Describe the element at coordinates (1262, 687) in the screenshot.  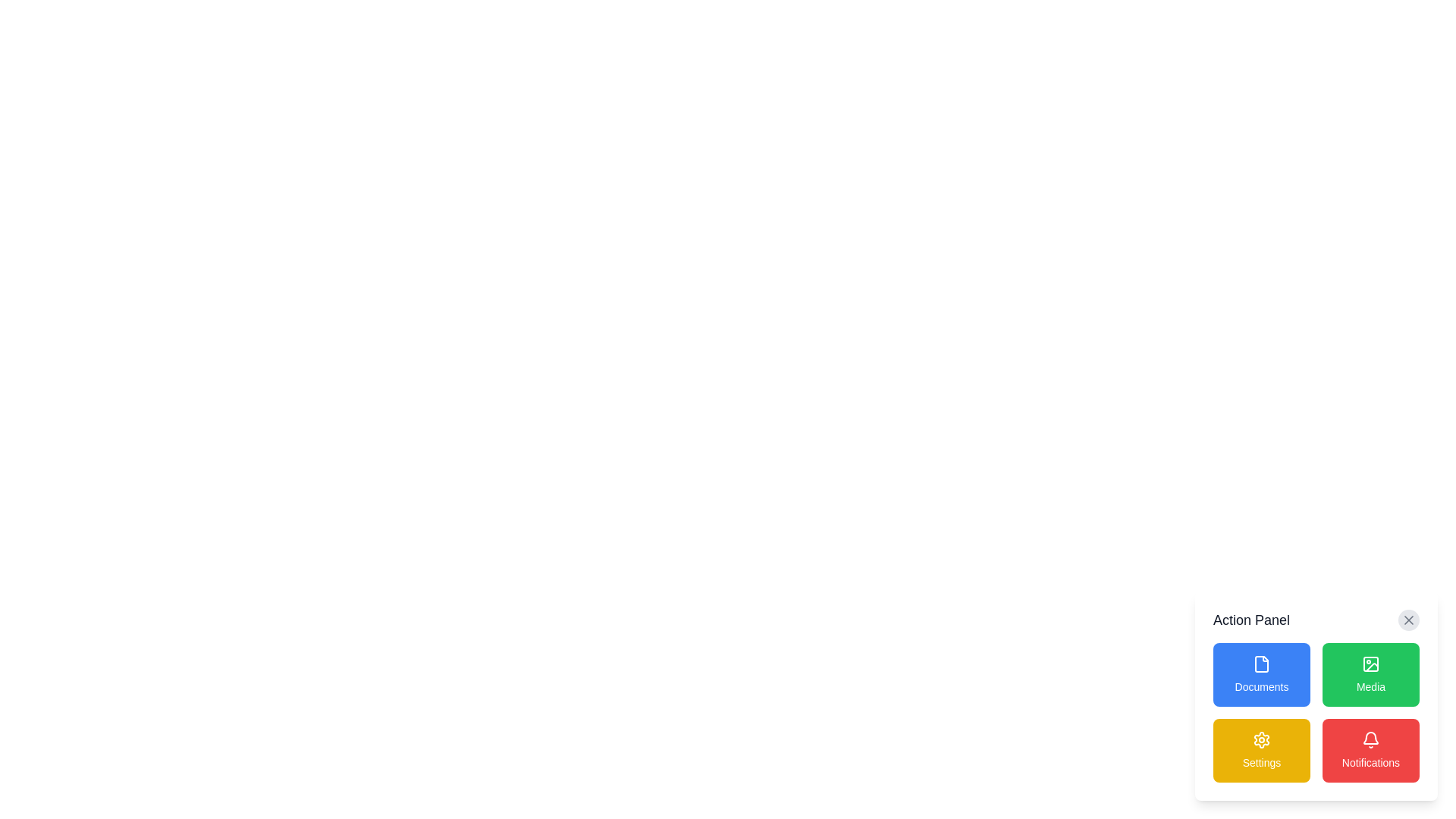
I see `'Documents' label located at the bottom center of the blue button in the 'Action Panel', which features white text on a blue background` at that location.